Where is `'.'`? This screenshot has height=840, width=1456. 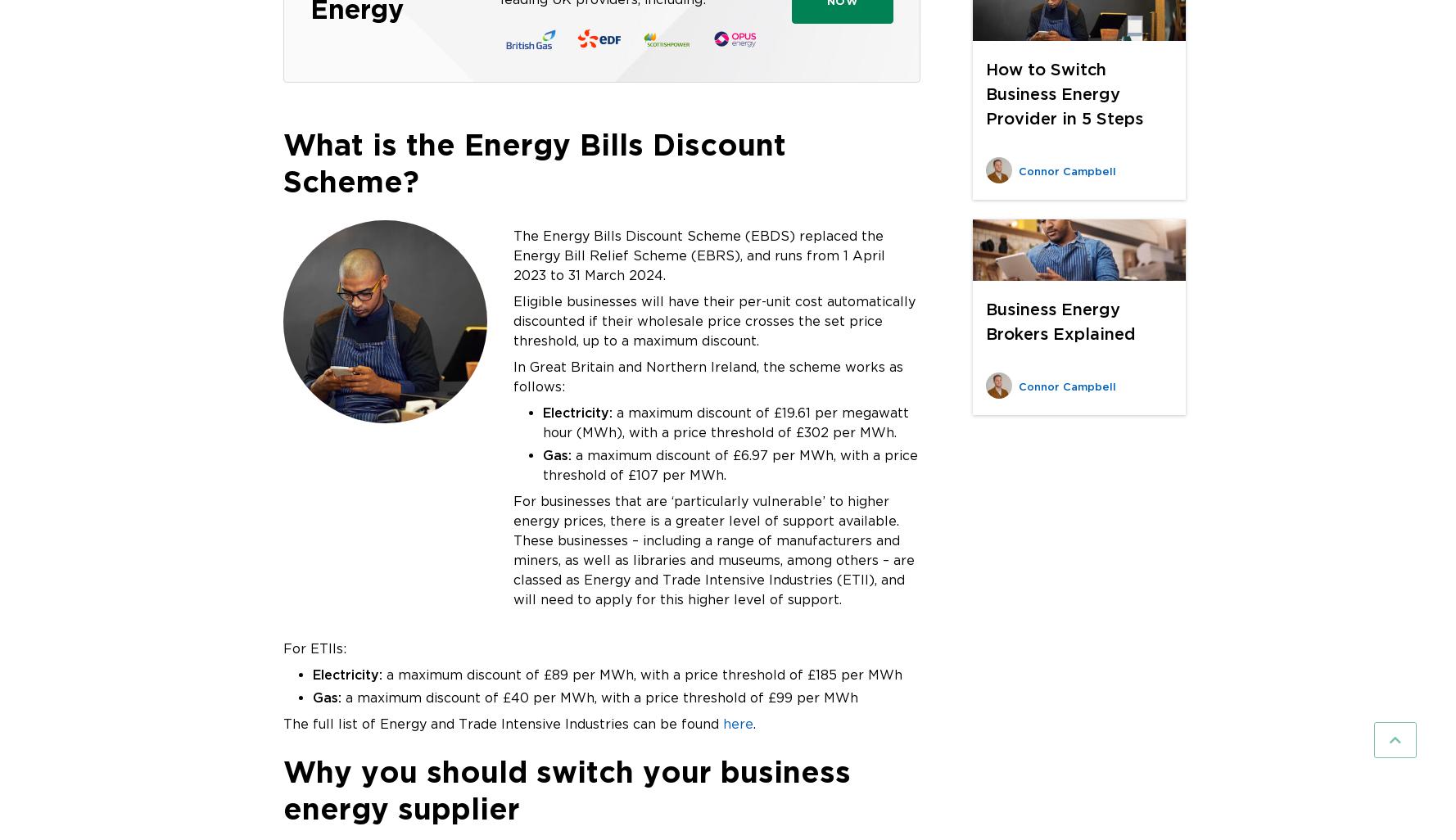
'.' is located at coordinates (754, 722).